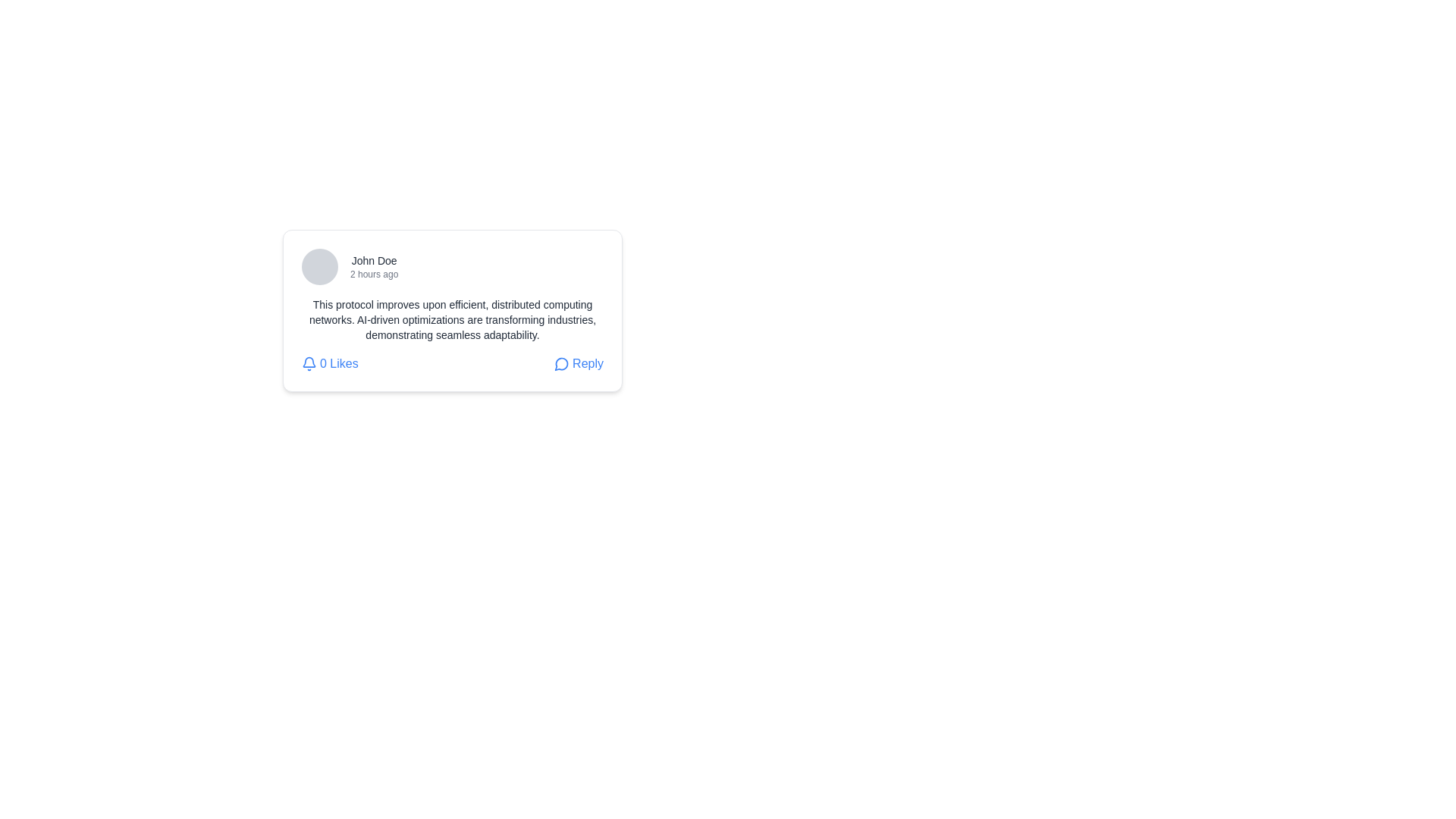 The image size is (1456, 819). What do you see at coordinates (561, 363) in the screenshot?
I see `the circular icon with a speech bubble symbol outlined in blue, located to the immediate left of the 'Reply' text in the button group at the bottom-right of the comment box` at bounding box center [561, 363].